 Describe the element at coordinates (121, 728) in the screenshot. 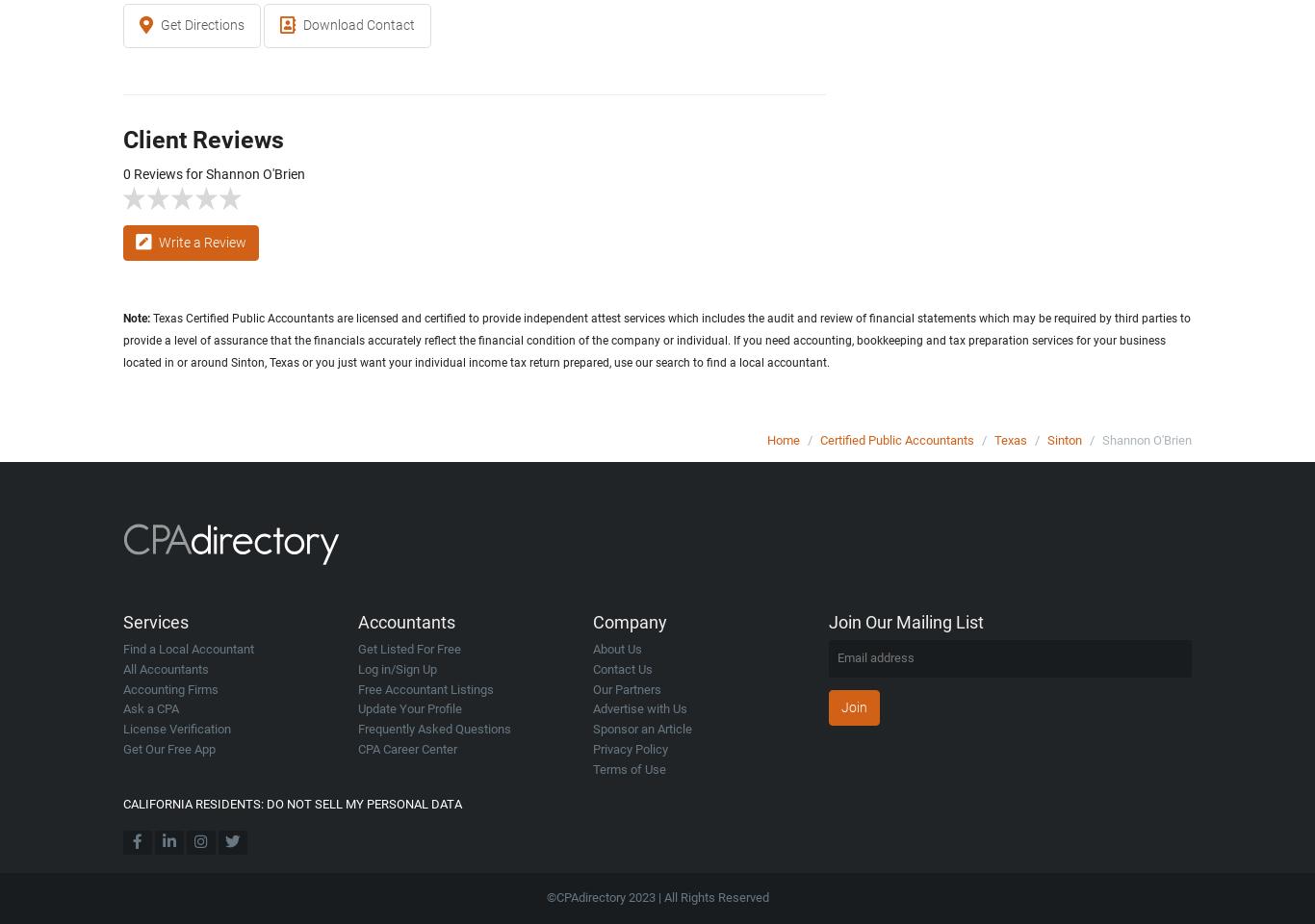

I see `'License Verification'` at that location.